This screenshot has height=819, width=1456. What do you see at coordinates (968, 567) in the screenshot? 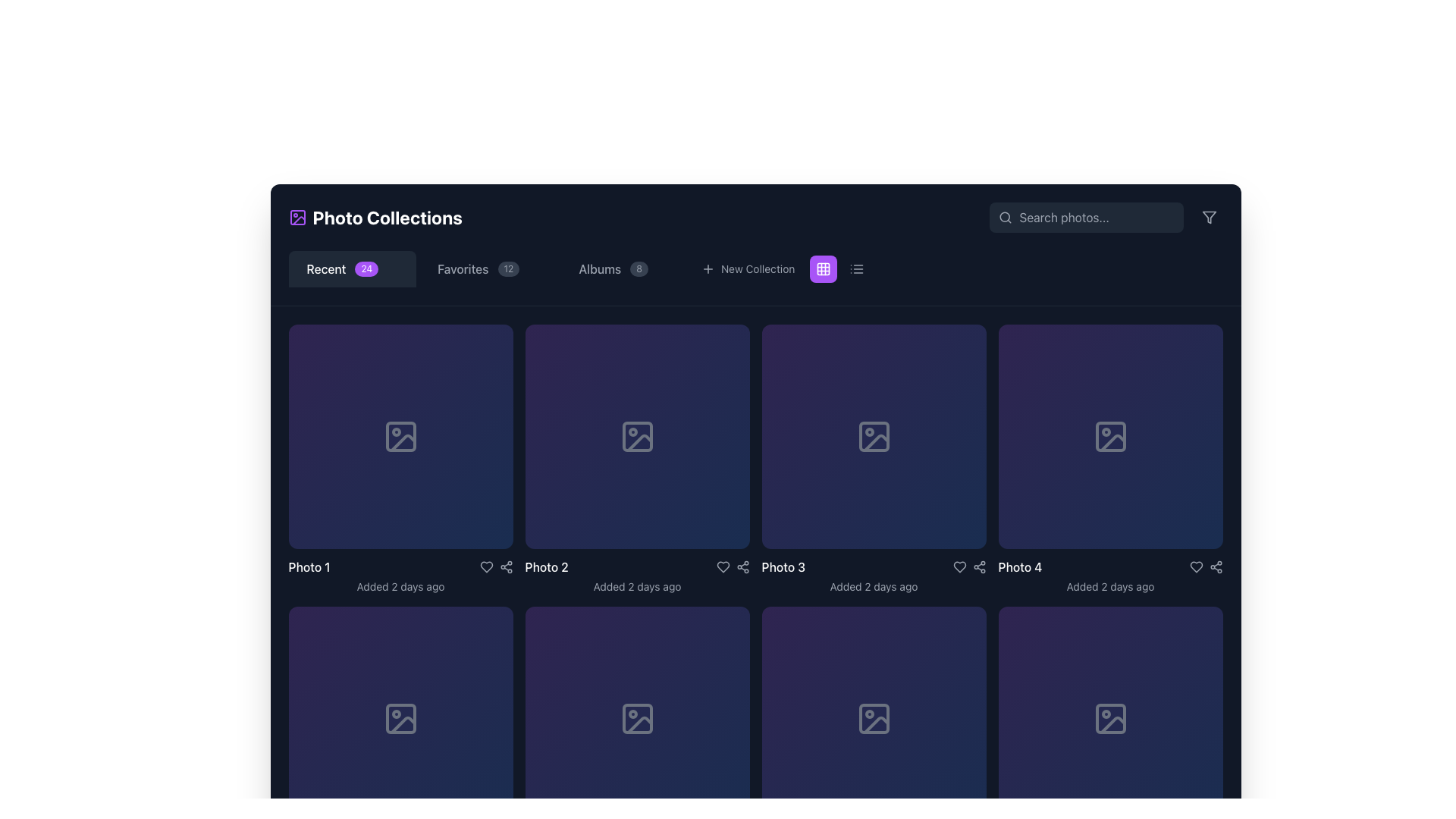
I see `the share network icon in the footer section of 'Photo 3'` at bounding box center [968, 567].